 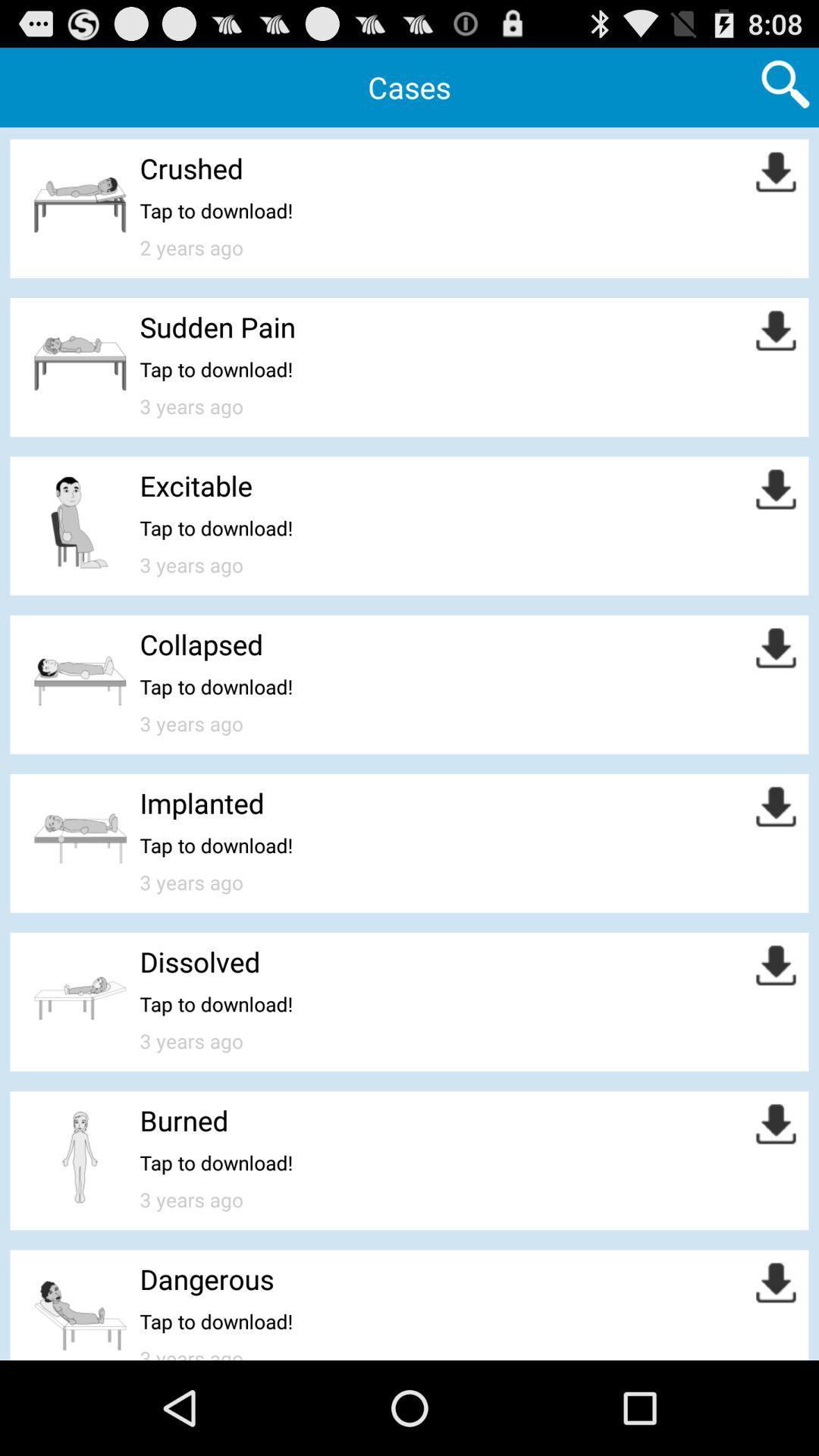 I want to click on the search icon, so click(x=785, y=89).